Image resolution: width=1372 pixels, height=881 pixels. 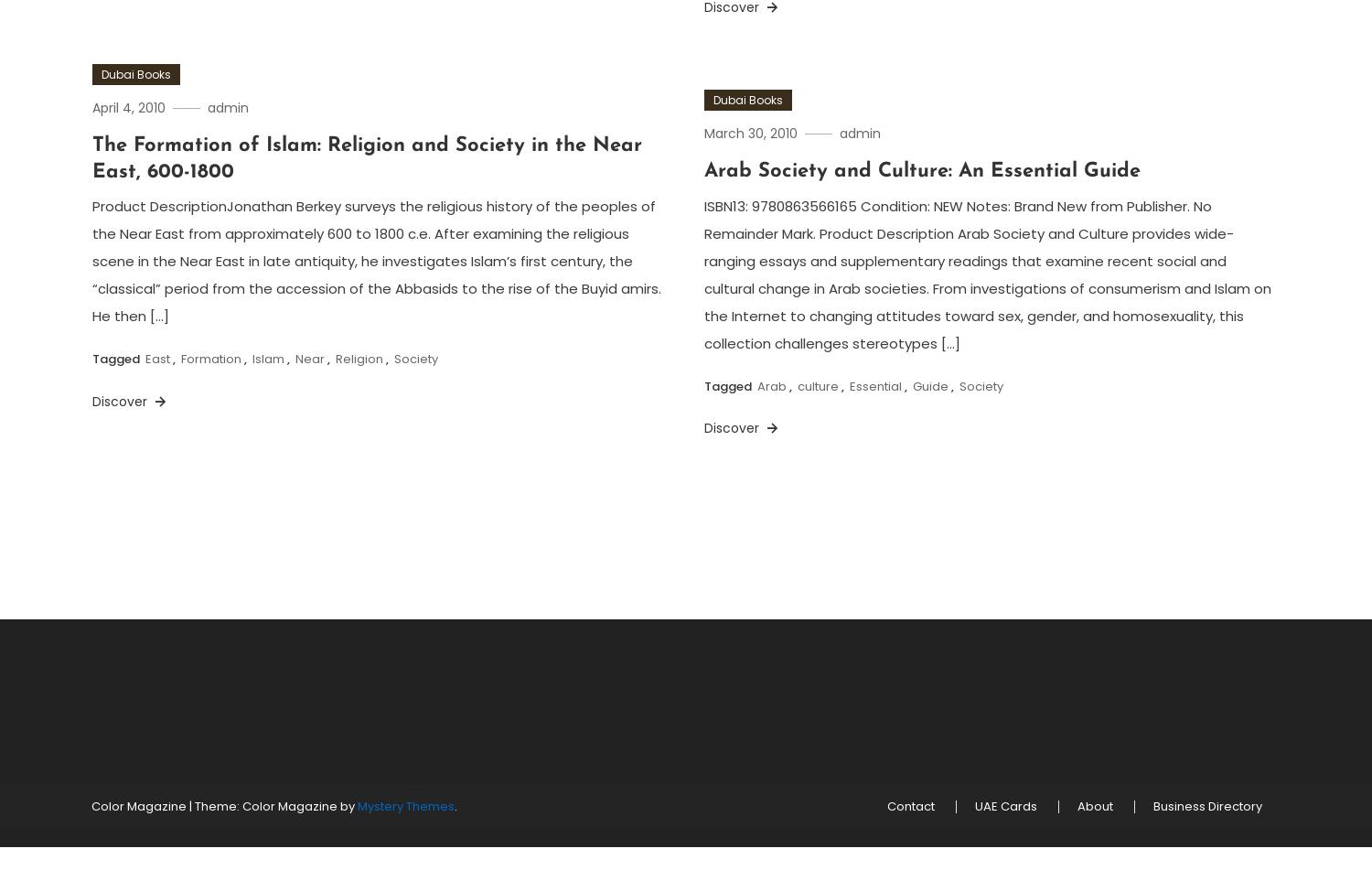 I want to click on 'Near', so click(x=309, y=358).